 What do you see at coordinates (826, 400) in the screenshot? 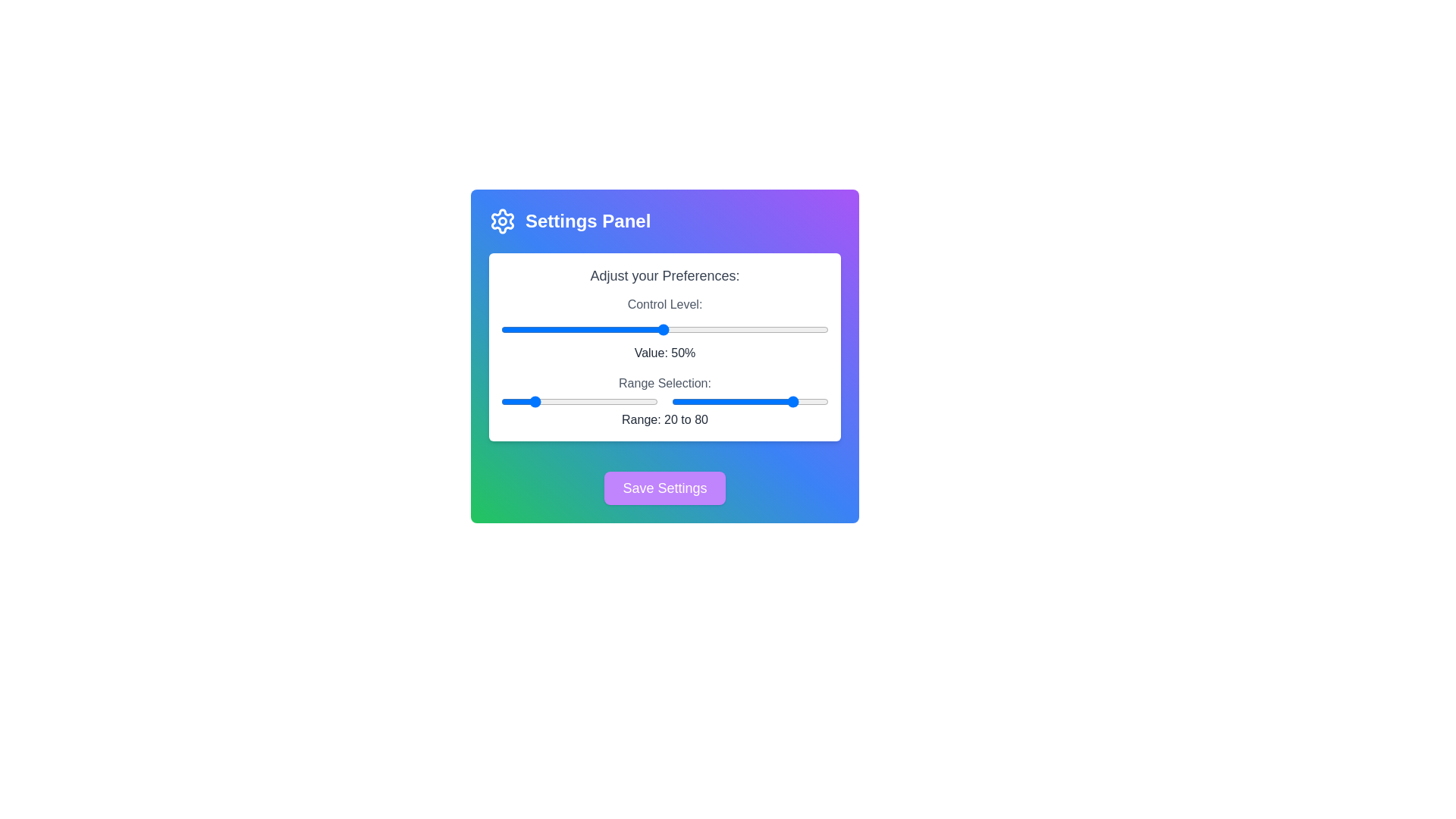
I see `the slider` at bounding box center [826, 400].